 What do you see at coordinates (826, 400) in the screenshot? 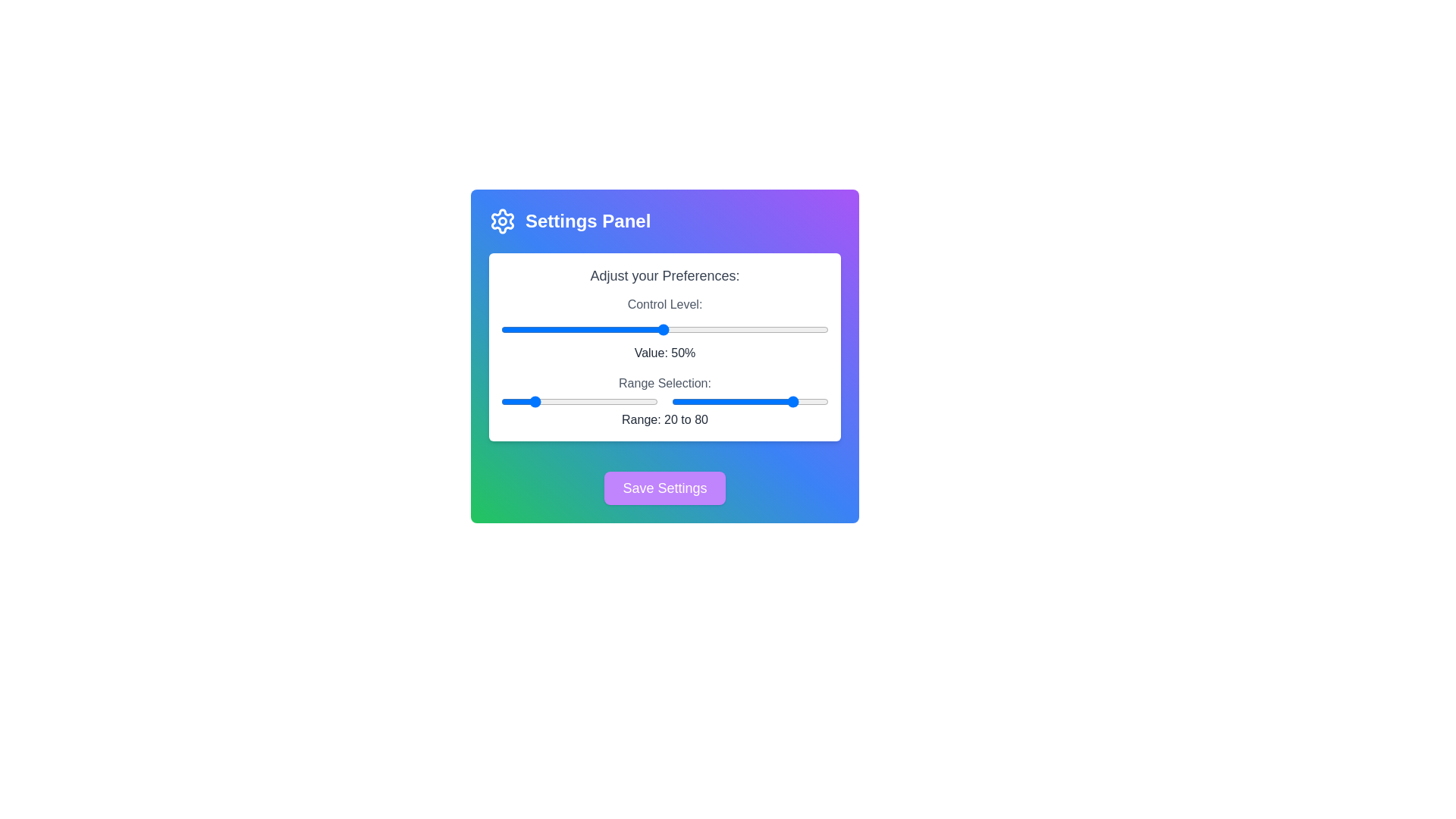
I see `the slider` at bounding box center [826, 400].